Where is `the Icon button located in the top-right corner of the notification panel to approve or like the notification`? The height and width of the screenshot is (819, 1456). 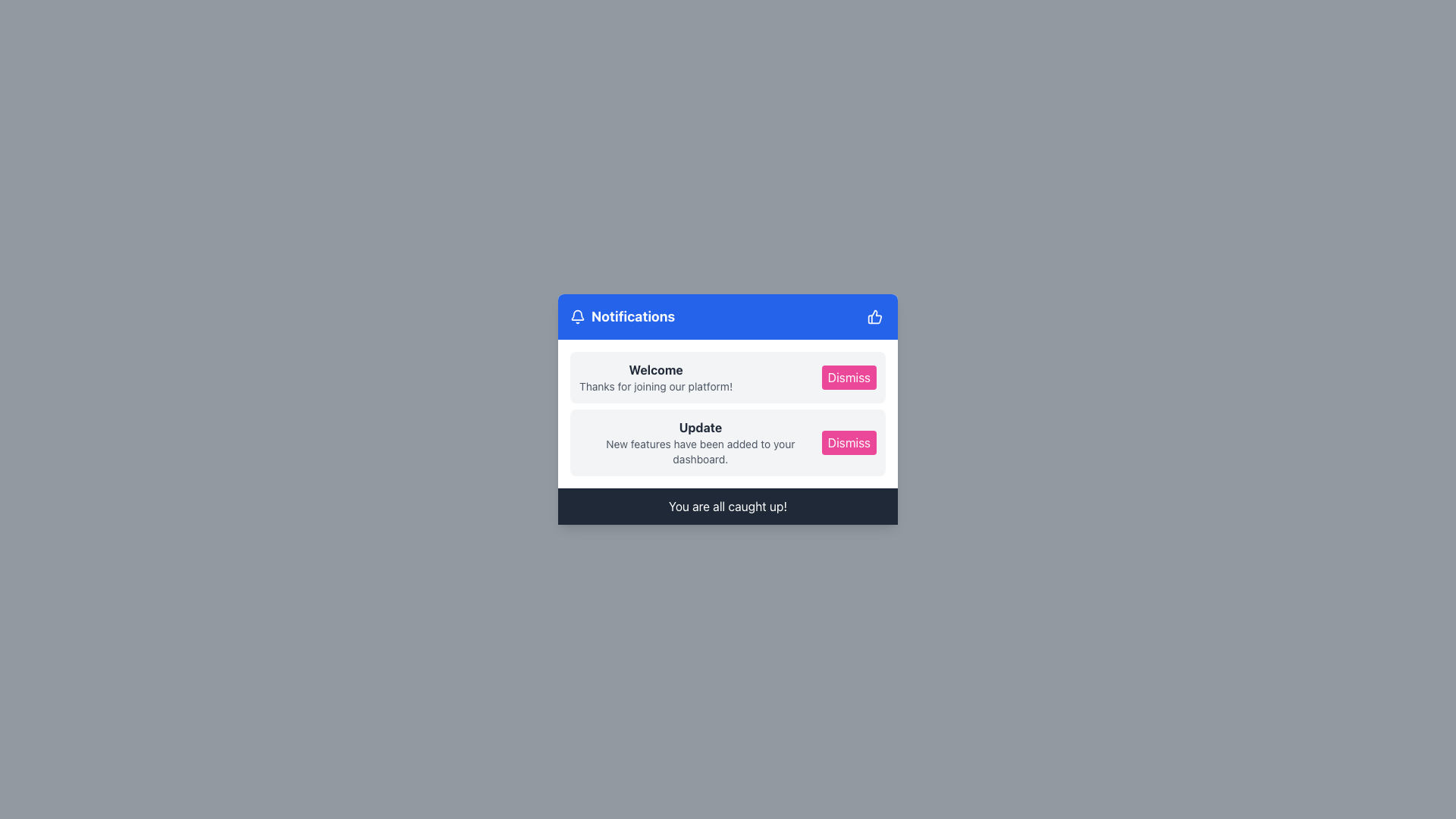
the Icon button located in the top-right corner of the notification panel to approve or like the notification is located at coordinates (874, 315).